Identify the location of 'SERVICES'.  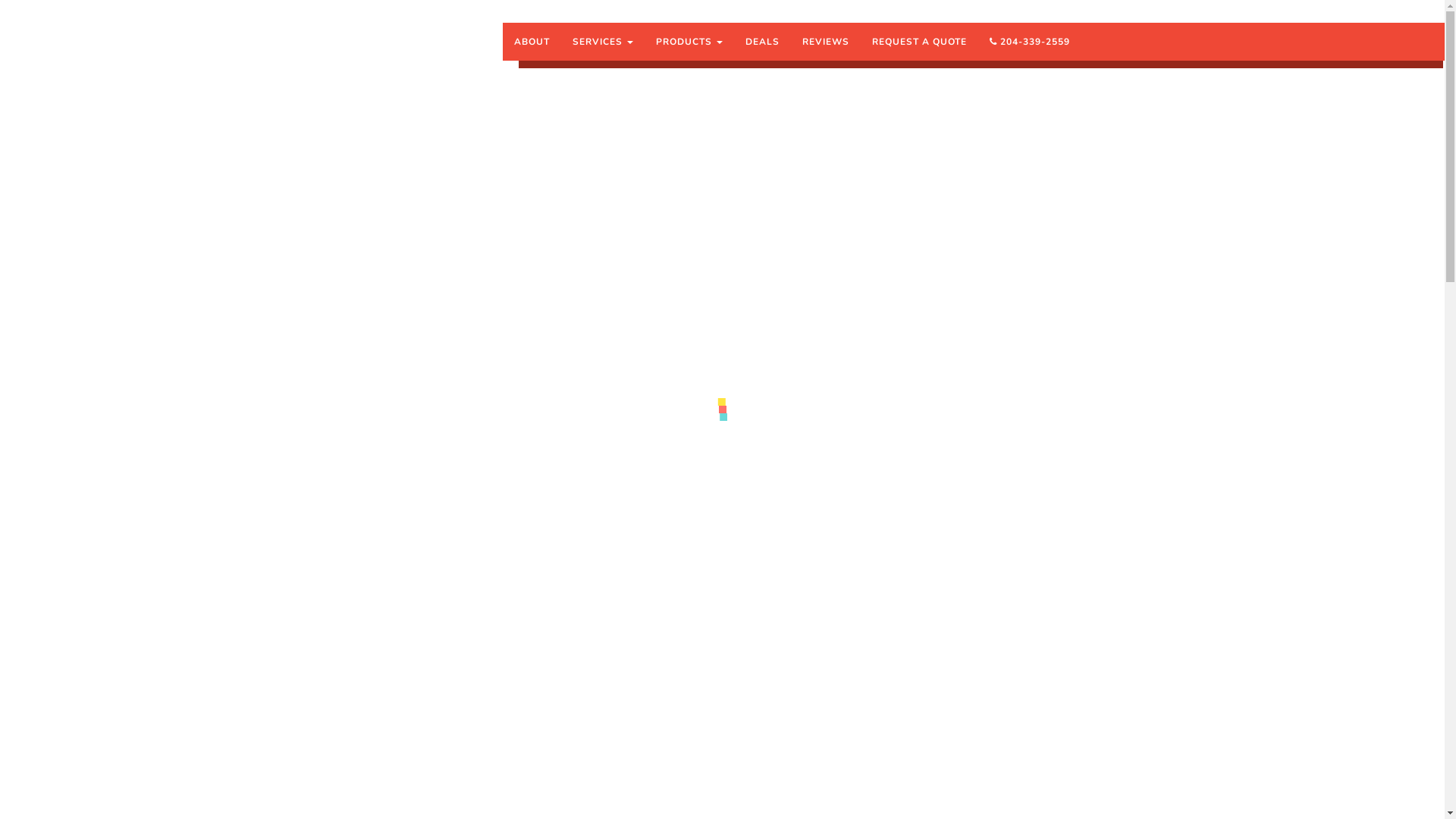
(602, 40).